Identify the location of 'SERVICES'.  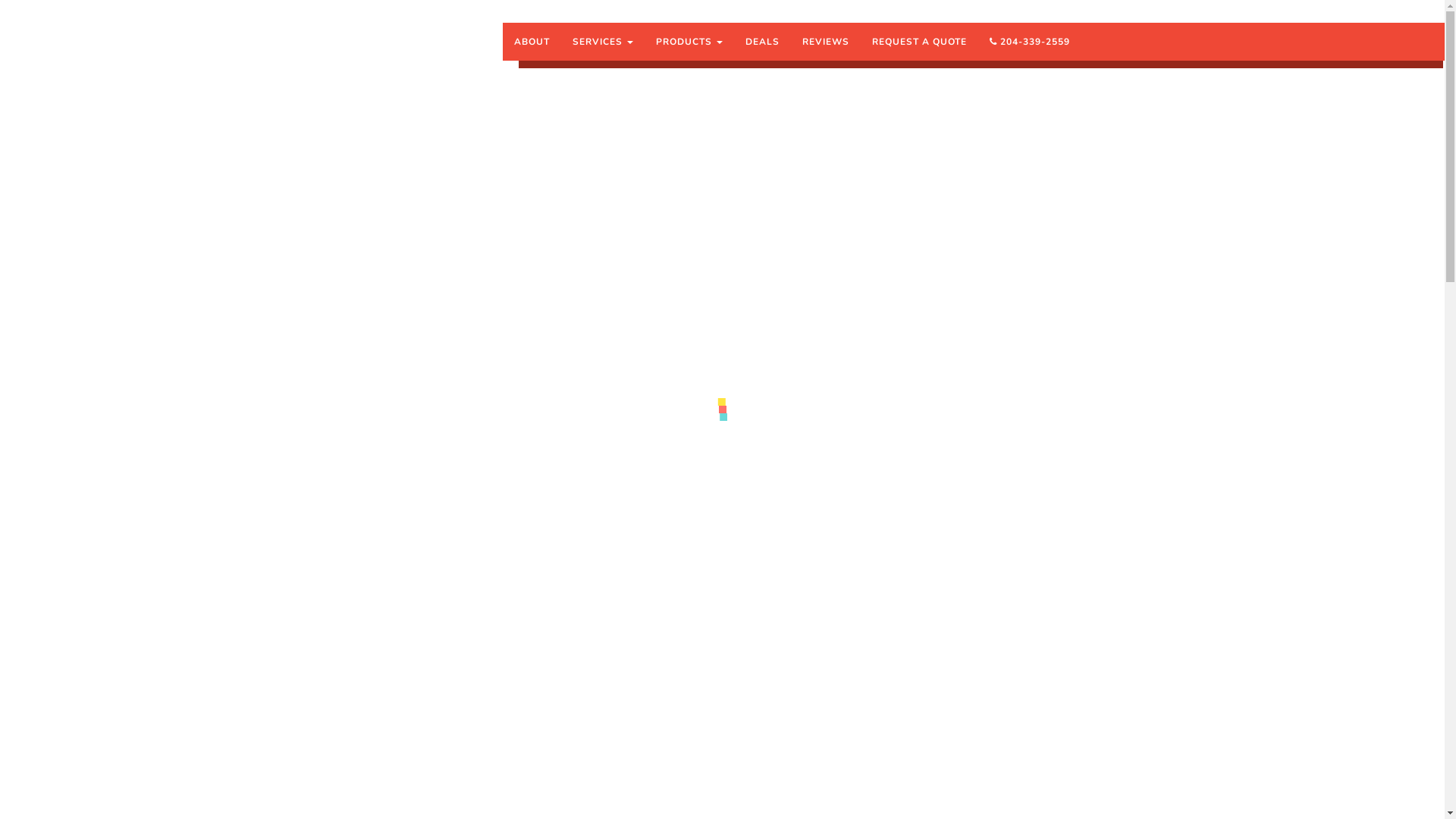
(602, 40).